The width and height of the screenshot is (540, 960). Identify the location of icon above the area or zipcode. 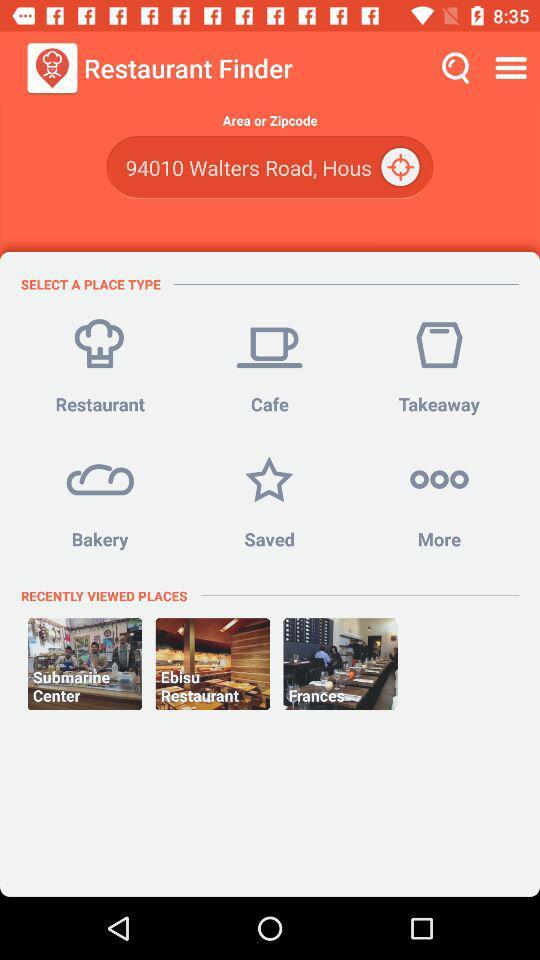
(513, 68).